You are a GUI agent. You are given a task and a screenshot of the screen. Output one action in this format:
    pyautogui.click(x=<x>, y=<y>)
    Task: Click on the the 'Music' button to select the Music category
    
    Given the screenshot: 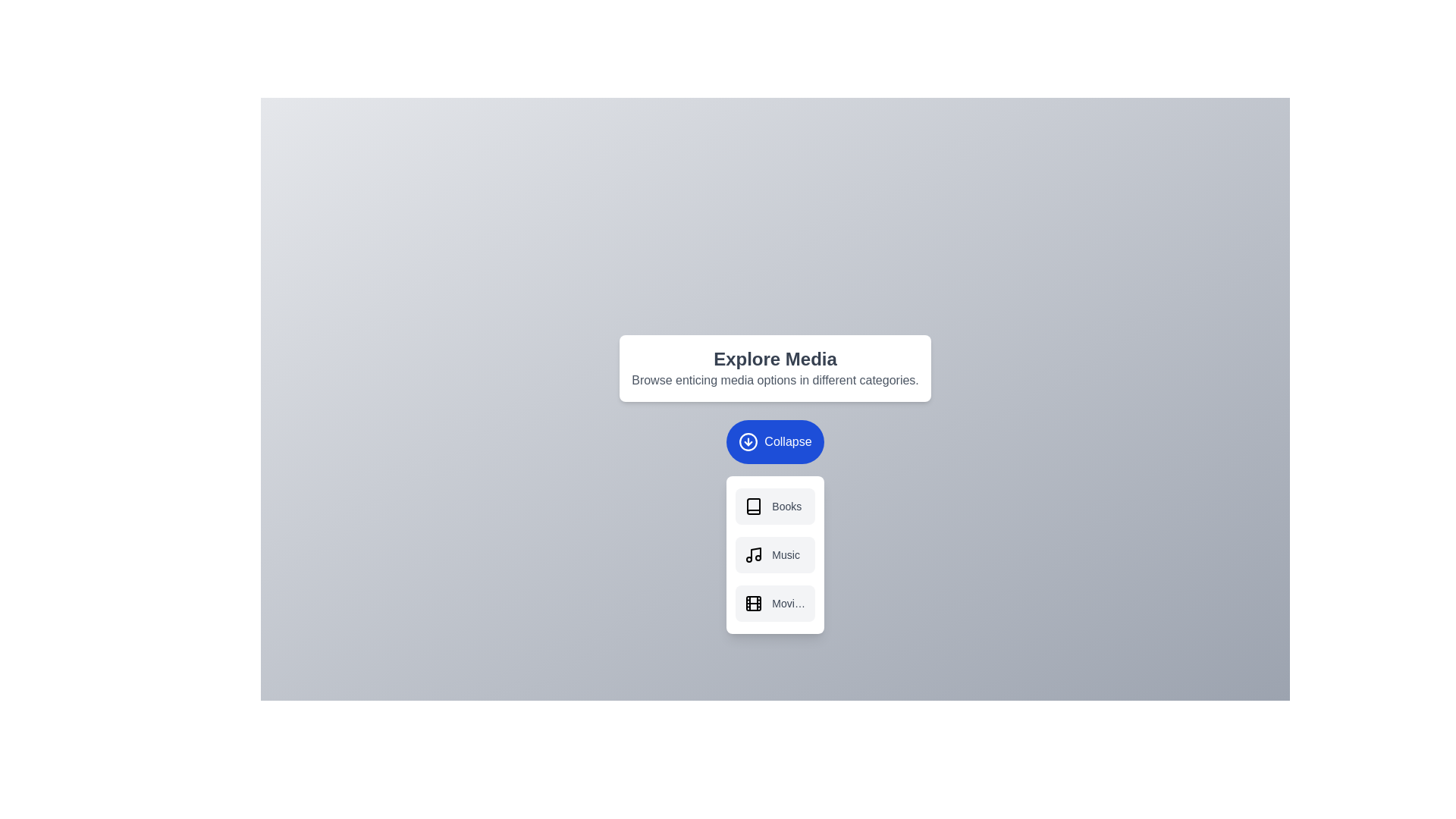 What is the action you would take?
    pyautogui.click(x=775, y=554)
    